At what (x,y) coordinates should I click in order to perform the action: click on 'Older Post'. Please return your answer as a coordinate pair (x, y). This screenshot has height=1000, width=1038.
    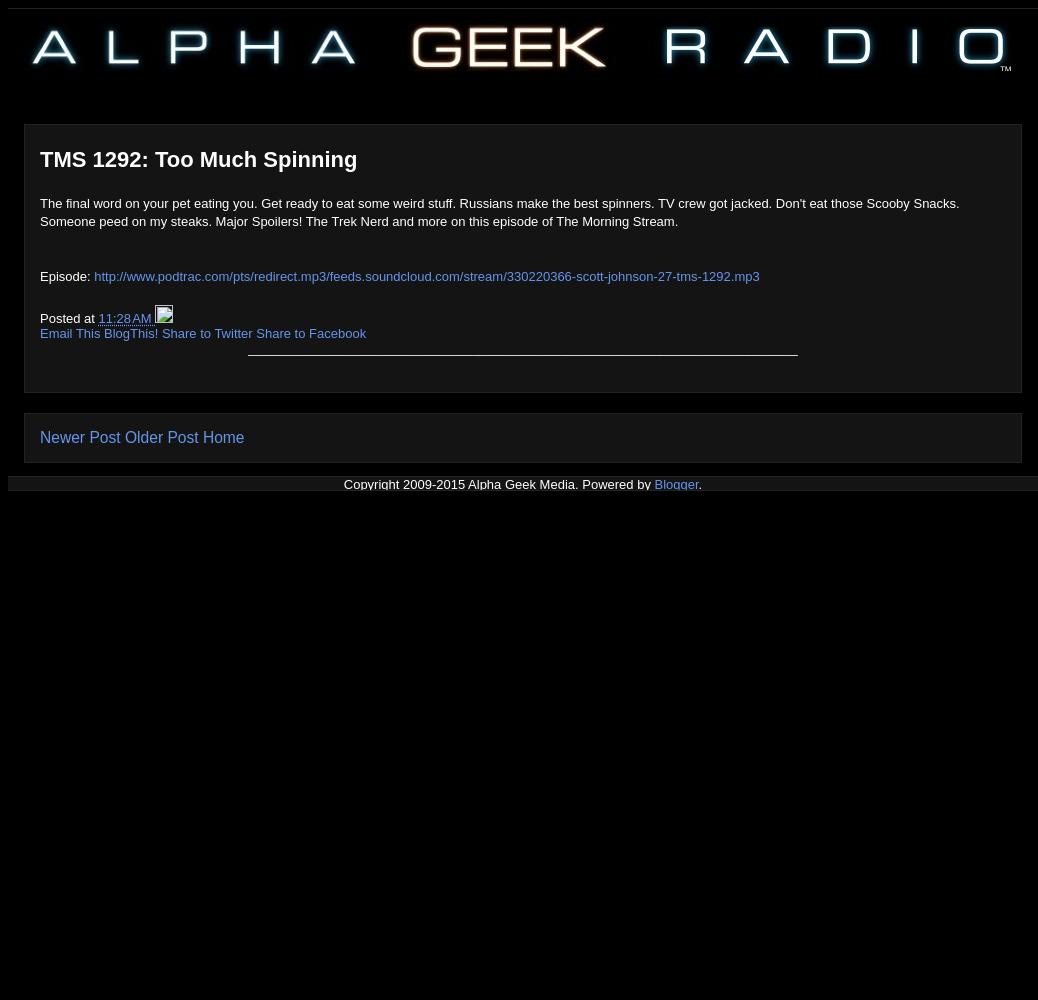
    Looking at the image, I should click on (161, 437).